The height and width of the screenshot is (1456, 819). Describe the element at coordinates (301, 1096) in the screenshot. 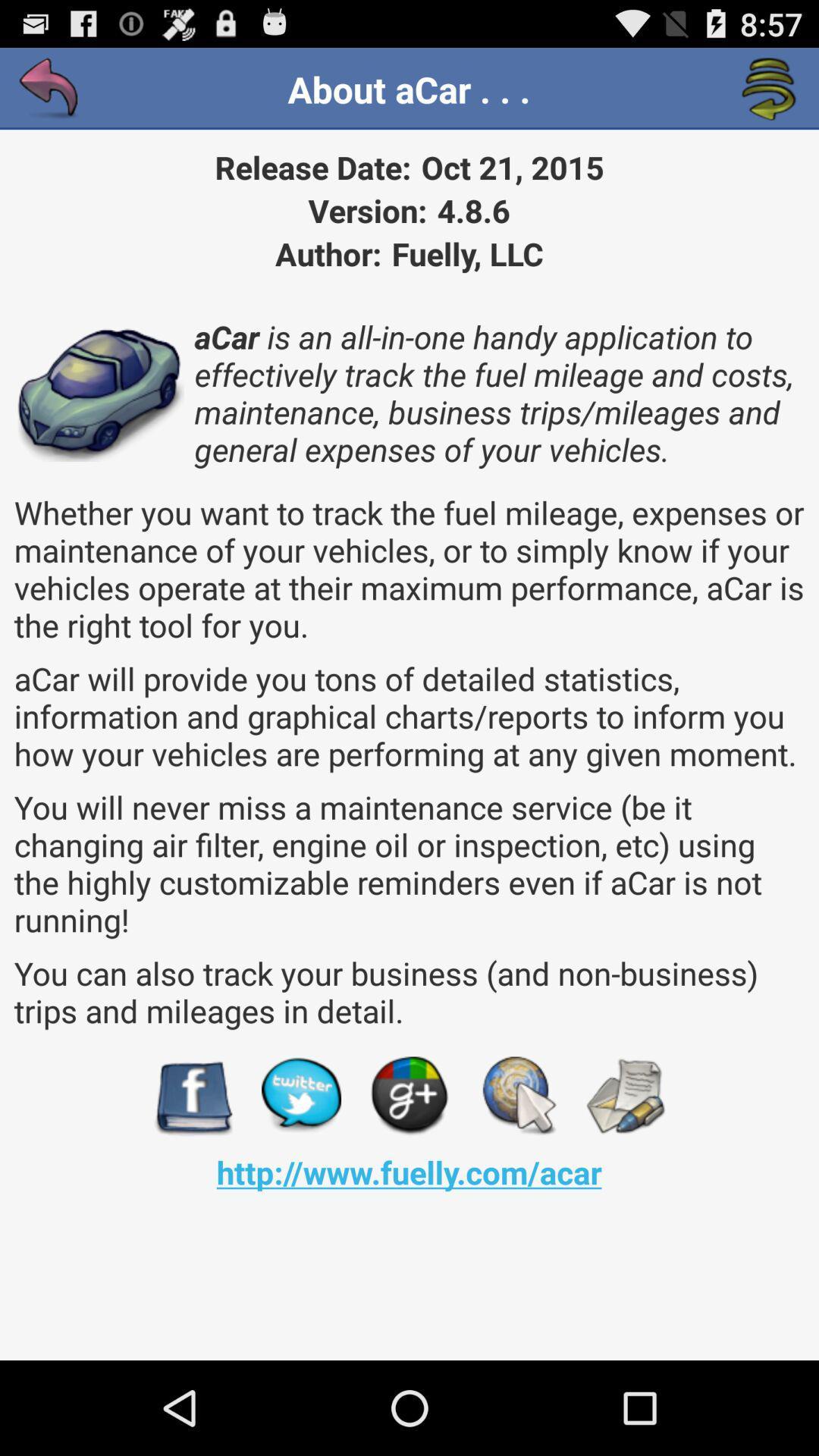

I see `twitter page` at that location.